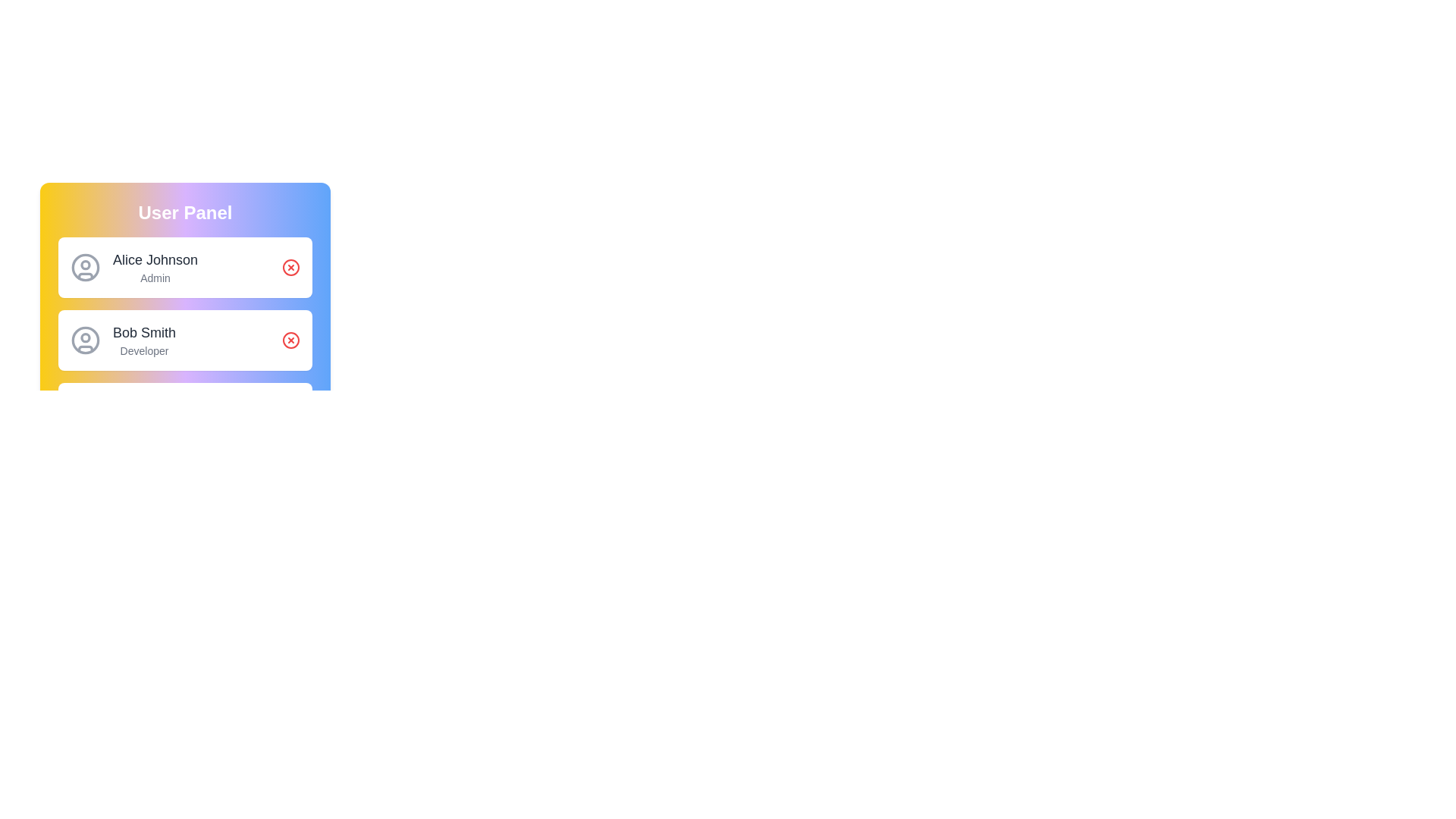 This screenshot has height=819, width=1456. What do you see at coordinates (85, 339) in the screenshot?
I see `the user profile icon displayed next to 'Bob Smith' in the second user profile row of the User Panel interface` at bounding box center [85, 339].